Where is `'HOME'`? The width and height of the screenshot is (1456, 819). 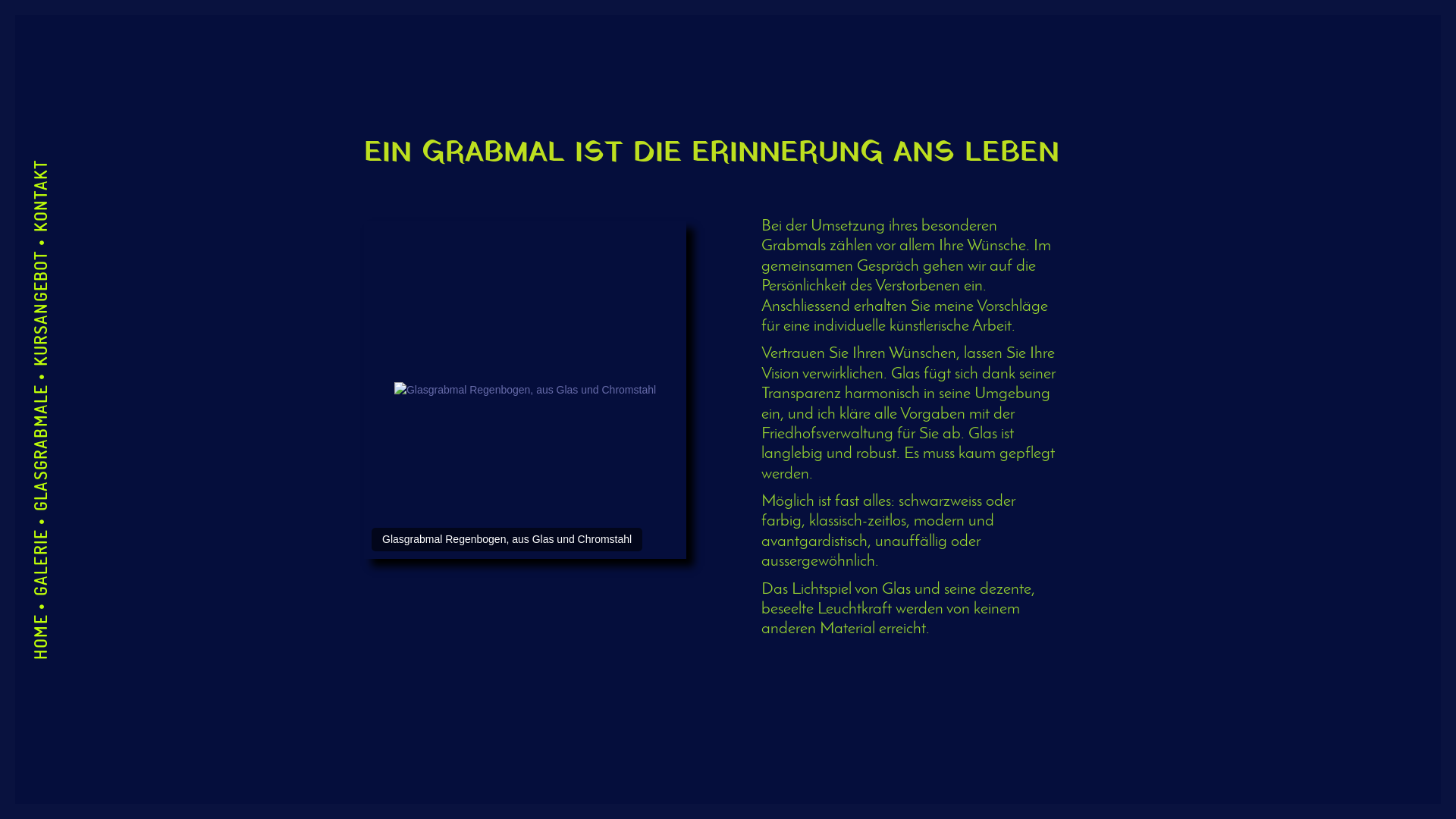
'HOME' is located at coordinates (52, 626).